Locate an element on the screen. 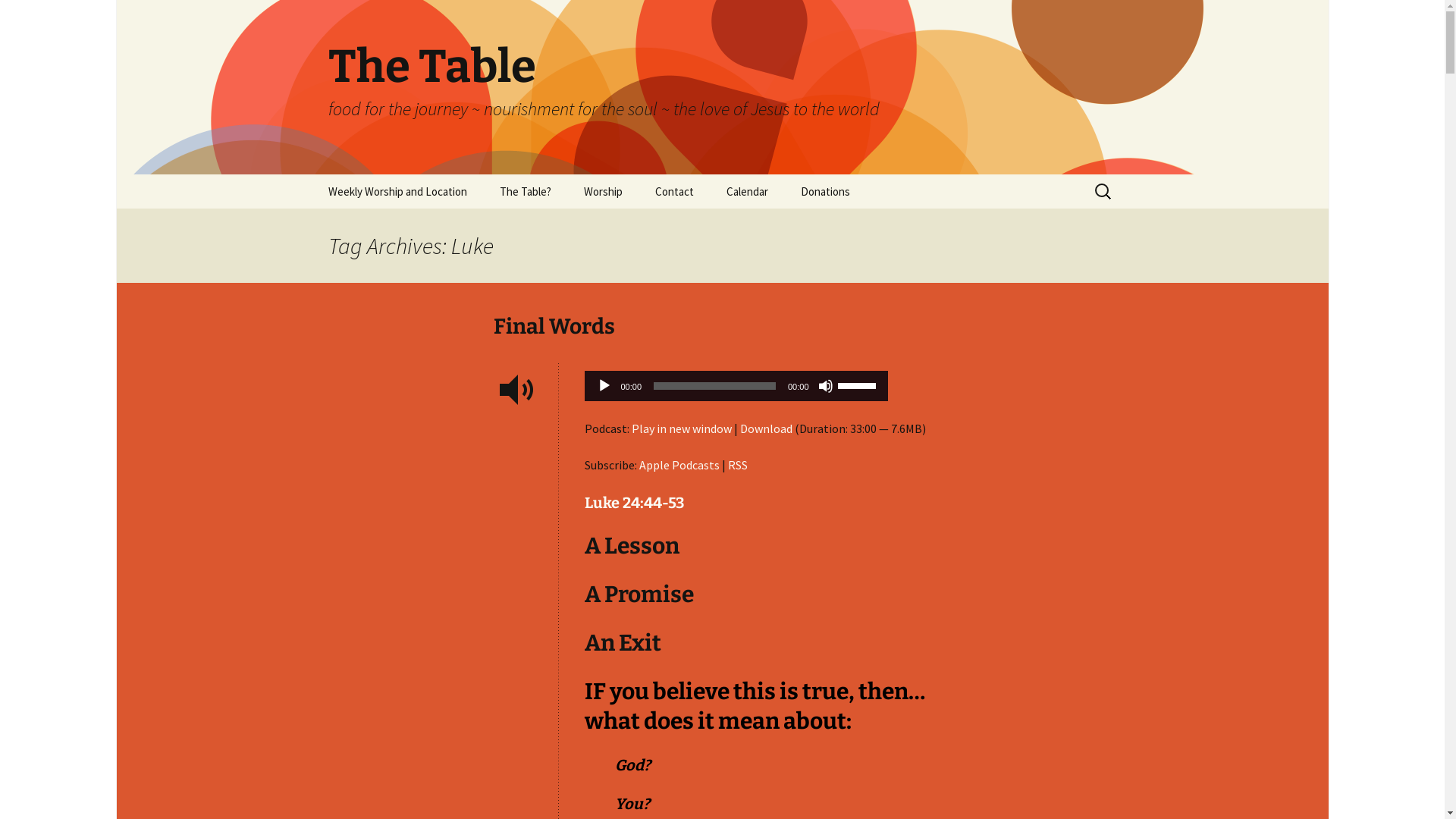 The height and width of the screenshot is (819, 1456). 'Calendar' is located at coordinates (747, 190).